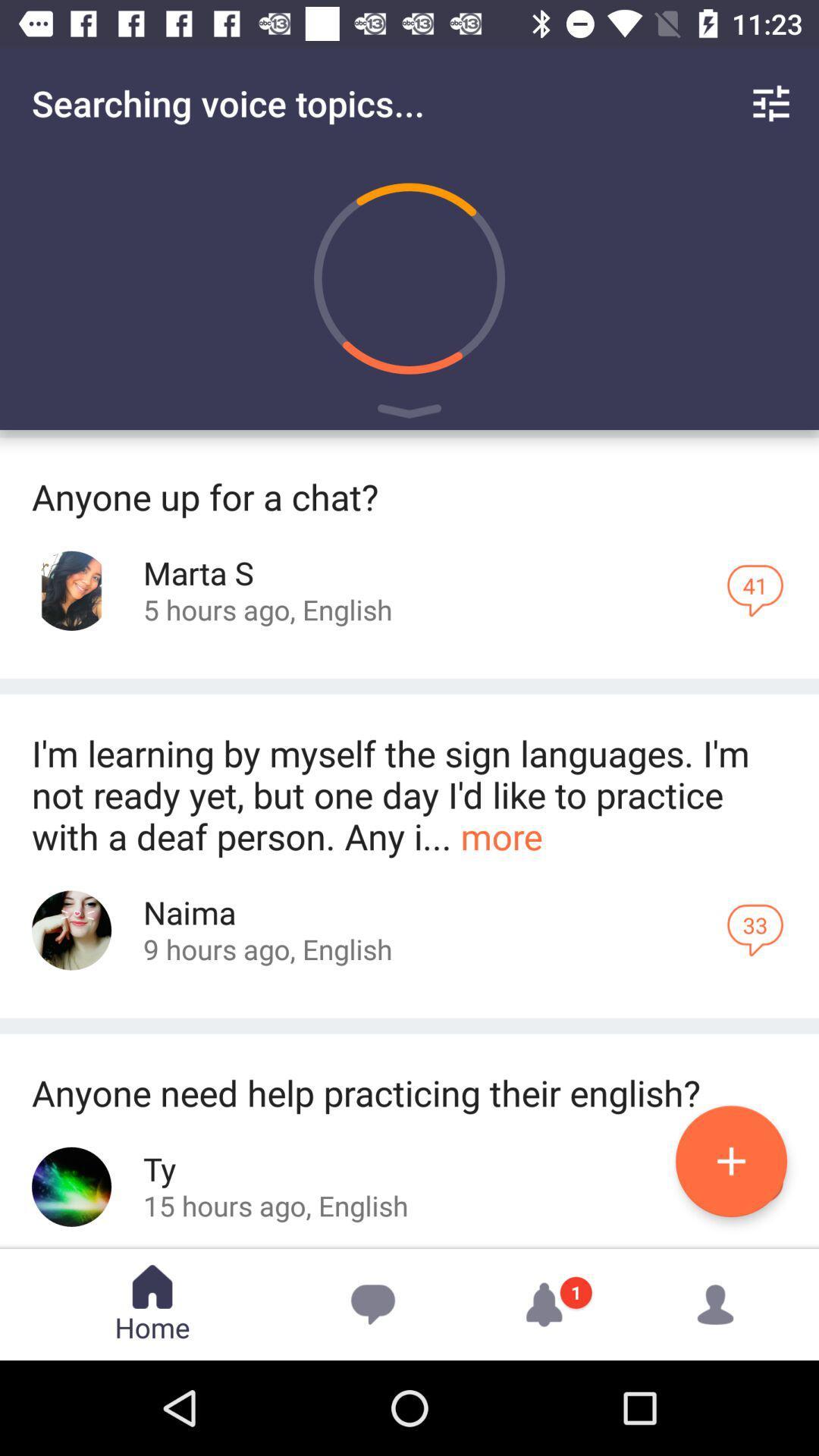 This screenshot has height=1456, width=819. I want to click on symbol, so click(409, 414).